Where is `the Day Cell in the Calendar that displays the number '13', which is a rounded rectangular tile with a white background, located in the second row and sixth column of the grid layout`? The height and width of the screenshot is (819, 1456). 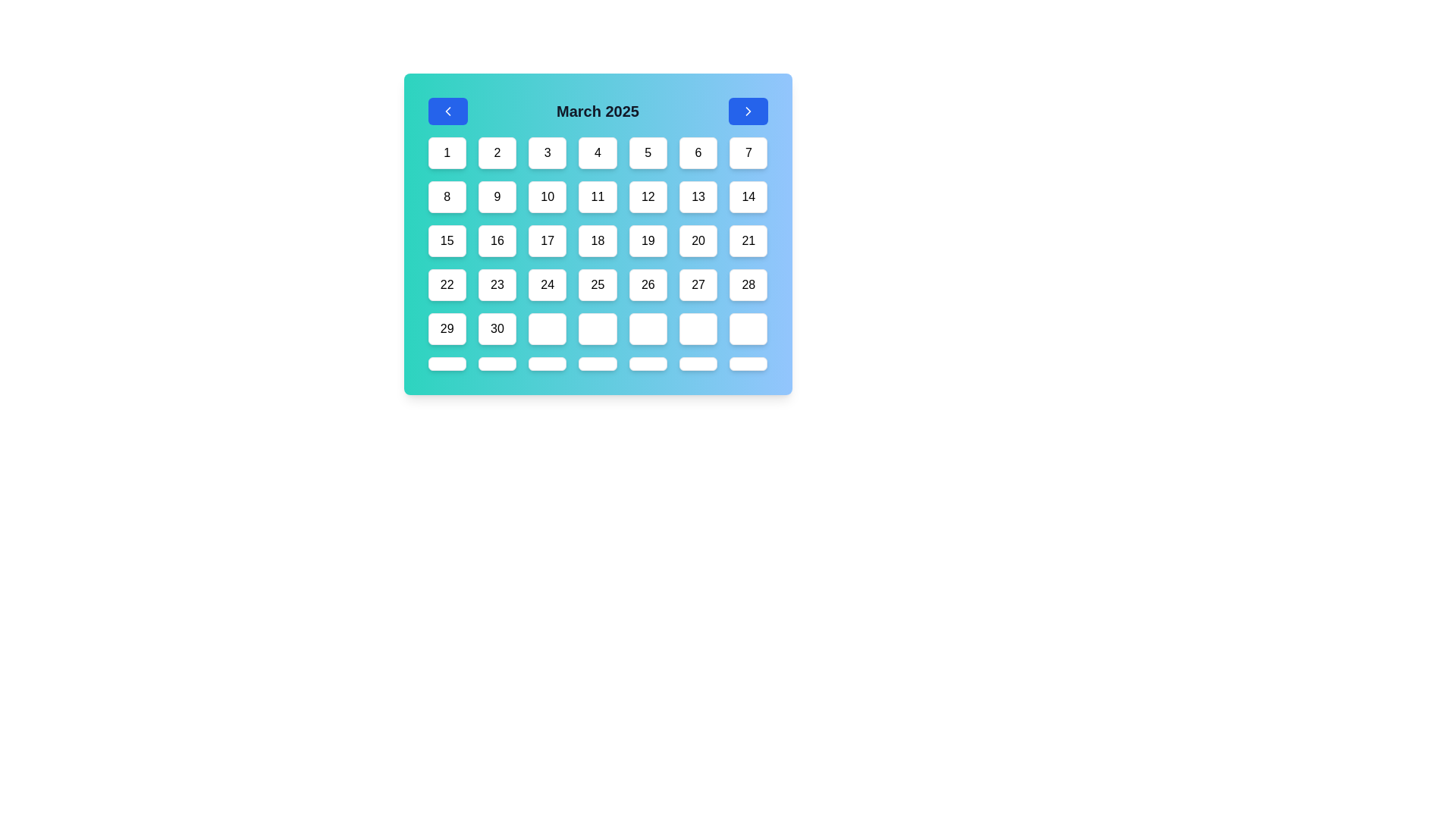
the Day Cell in the Calendar that displays the number '13', which is a rounded rectangular tile with a white background, located in the second row and sixth column of the grid layout is located at coordinates (698, 196).